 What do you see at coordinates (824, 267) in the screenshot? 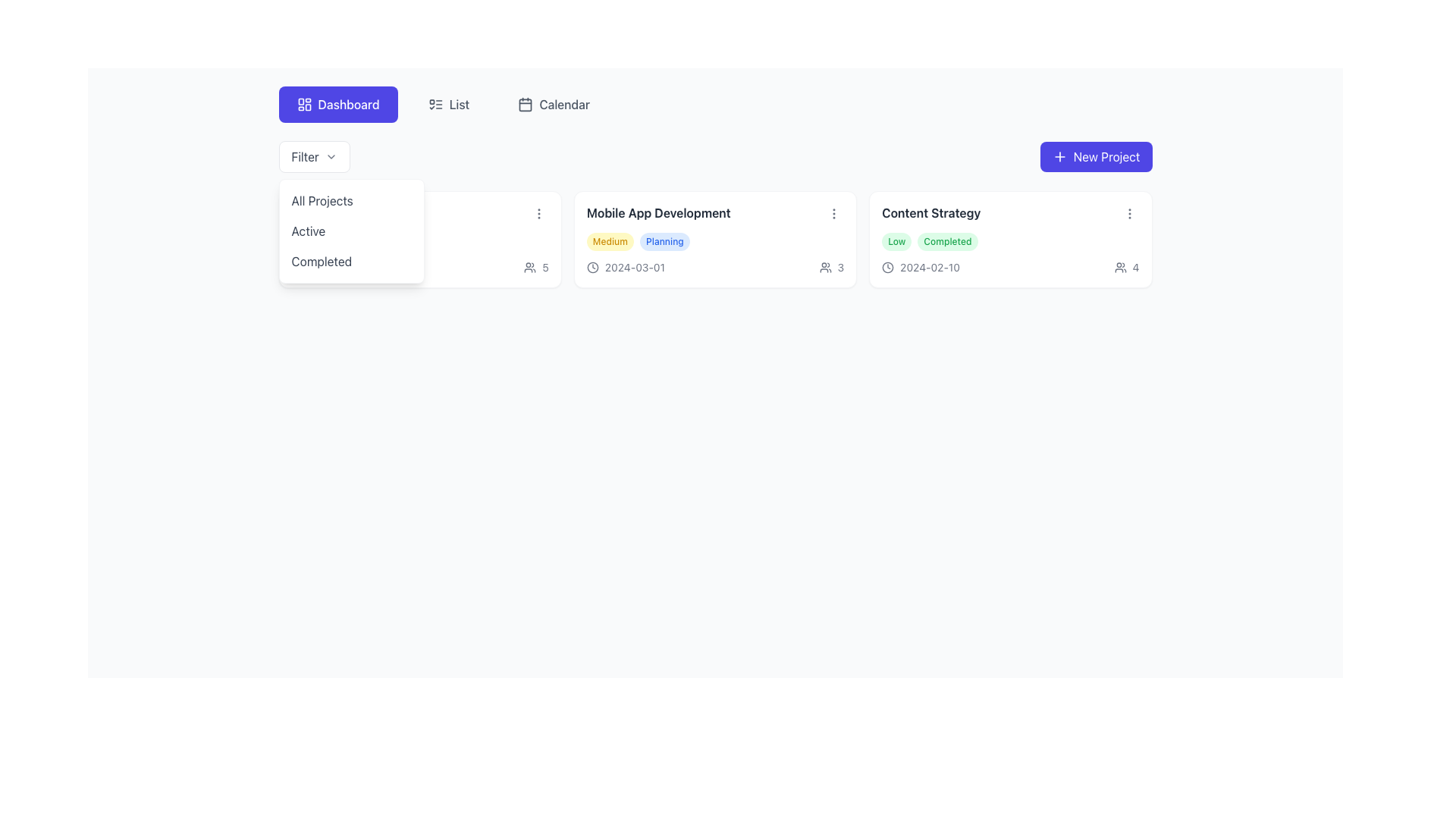
I see `the icon representing two abstract human figures side by side, located in the bottom right corner of the 'Mobile App Development' card, adjacent to the number '3'` at bounding box center [824, 267].